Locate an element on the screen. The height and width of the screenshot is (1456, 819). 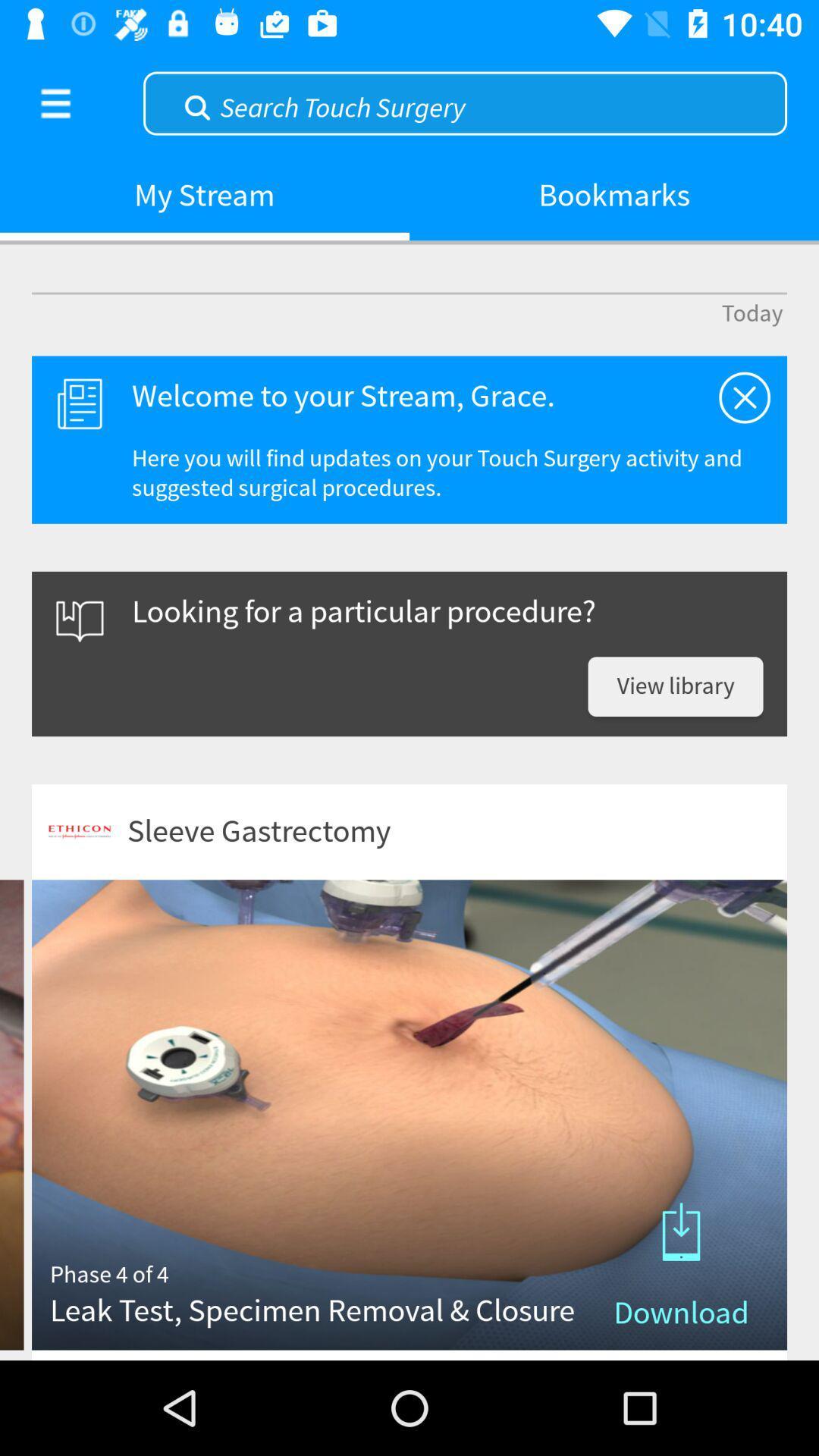
this is a medical surgery is located at coordinates (744, 397).